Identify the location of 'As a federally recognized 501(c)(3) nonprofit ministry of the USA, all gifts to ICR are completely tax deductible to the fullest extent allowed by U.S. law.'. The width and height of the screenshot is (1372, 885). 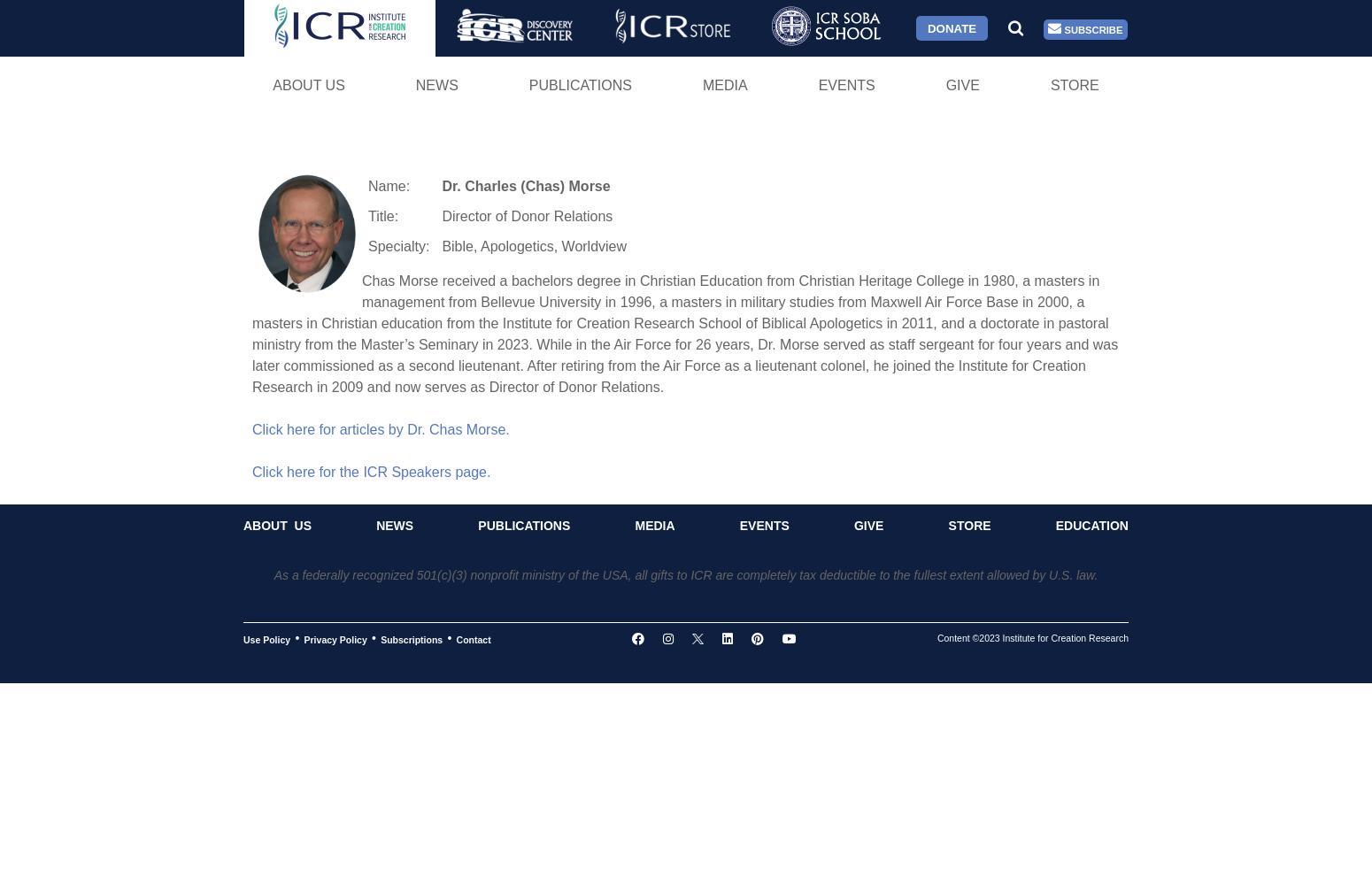
(685, 574).